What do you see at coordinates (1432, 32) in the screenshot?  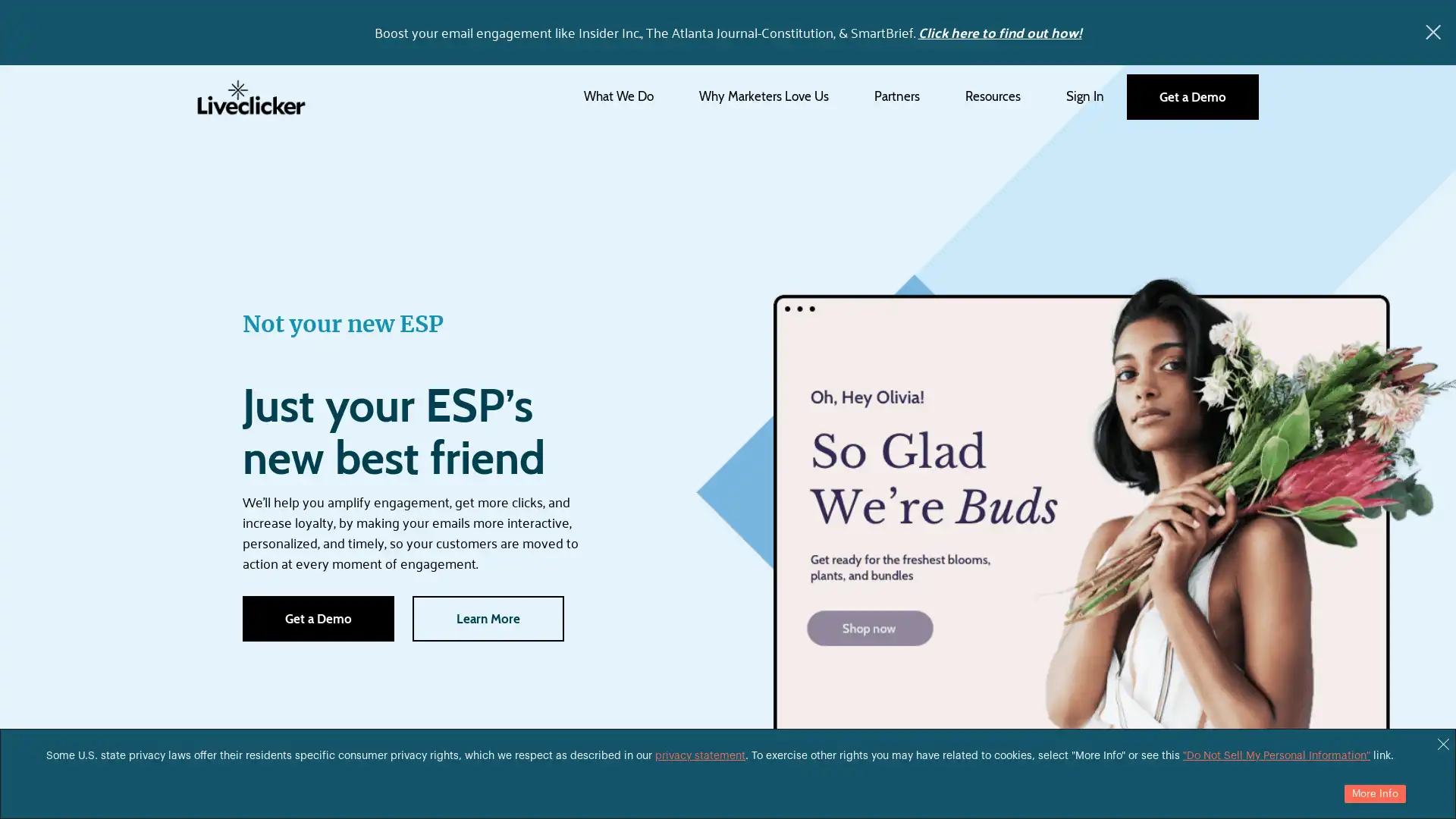 I see `x` at bounding box center [1432, 32].